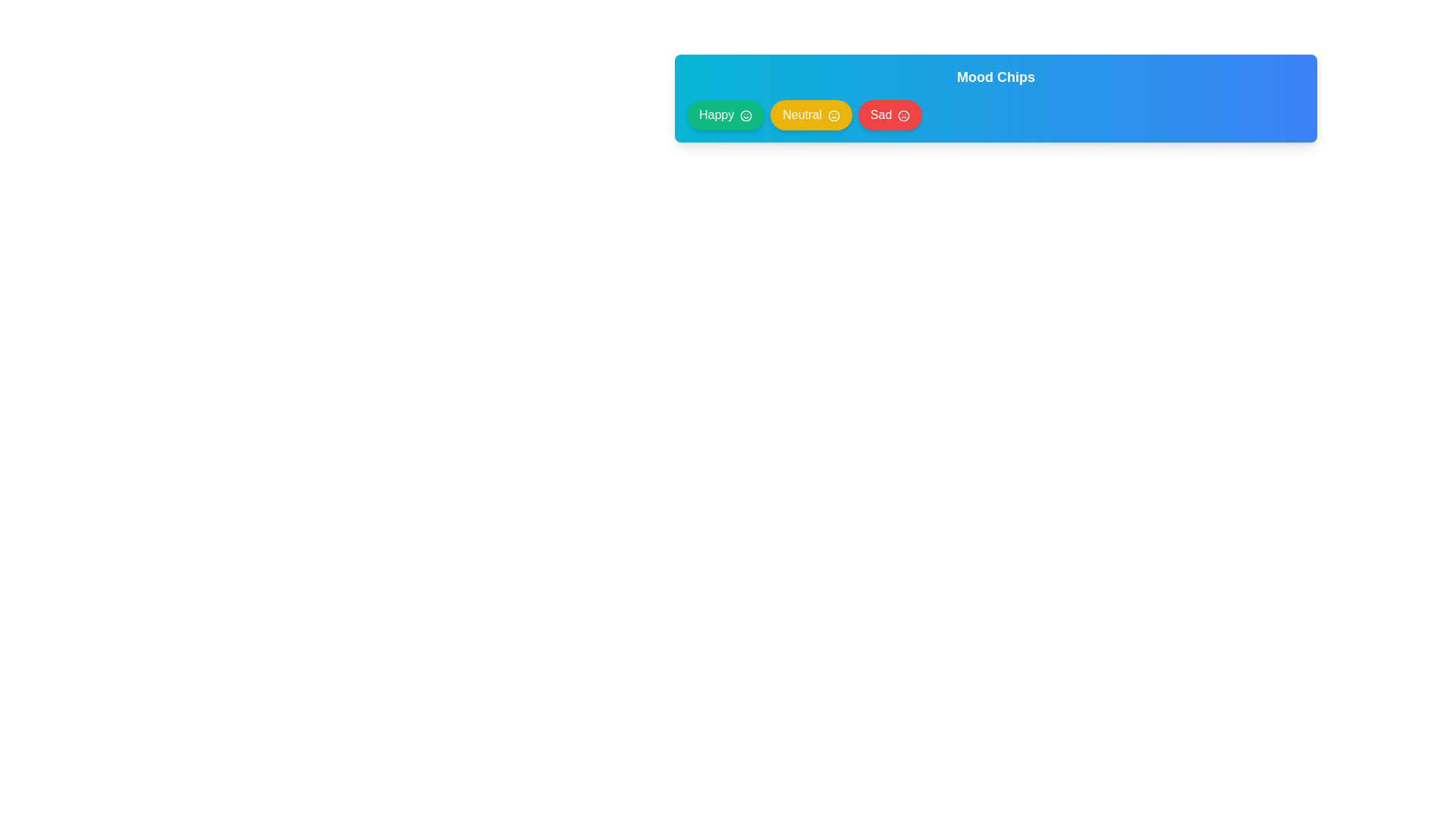  I want to click on the 'Neutral' text node, which indicates a mood state and is centrally positioned within a group of three mood selection buttons, so click(802, 114).